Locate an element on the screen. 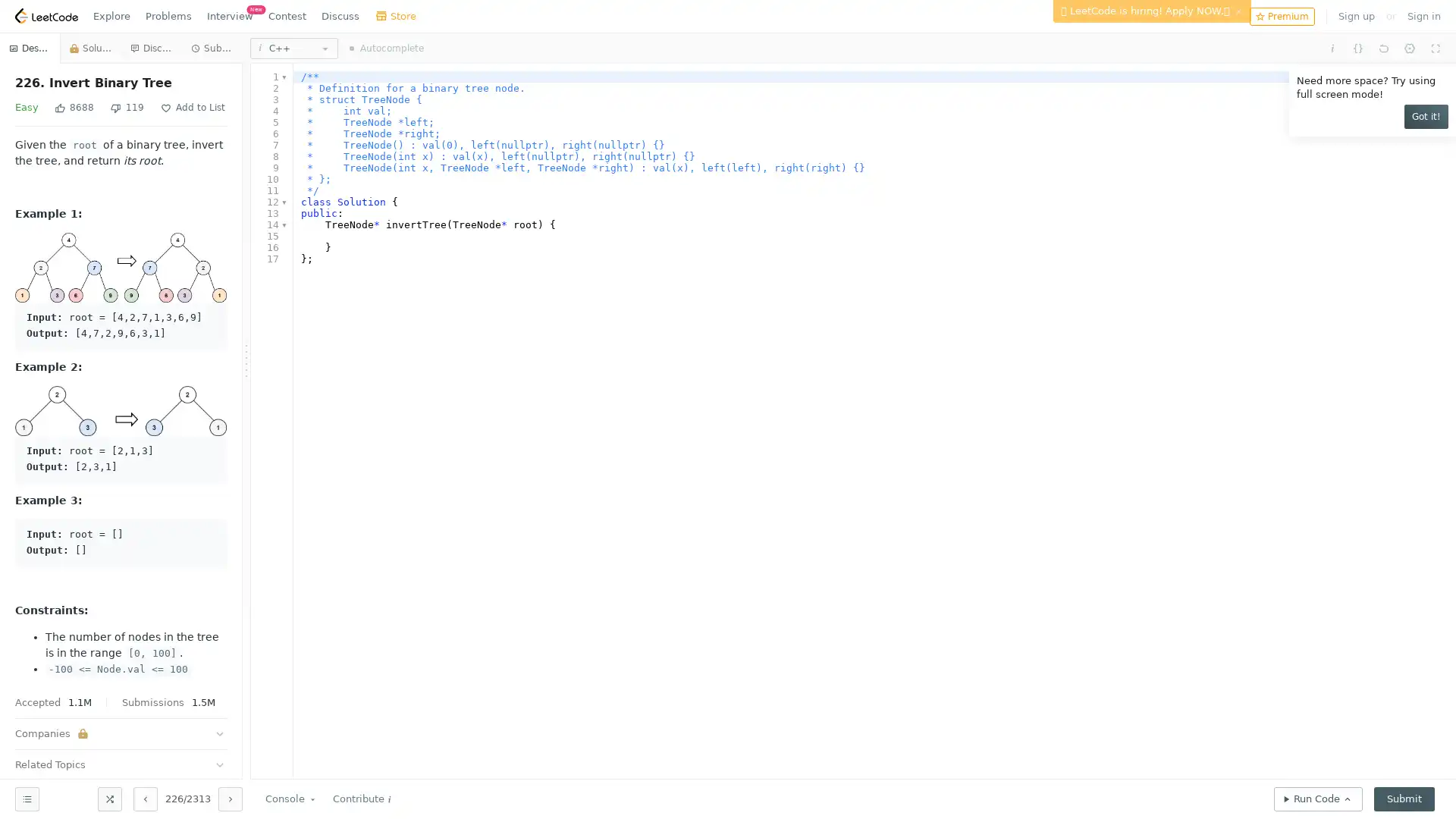 The height and width of the screenshot is (819, 1456). Submit is located at coordinates (1404, 798).